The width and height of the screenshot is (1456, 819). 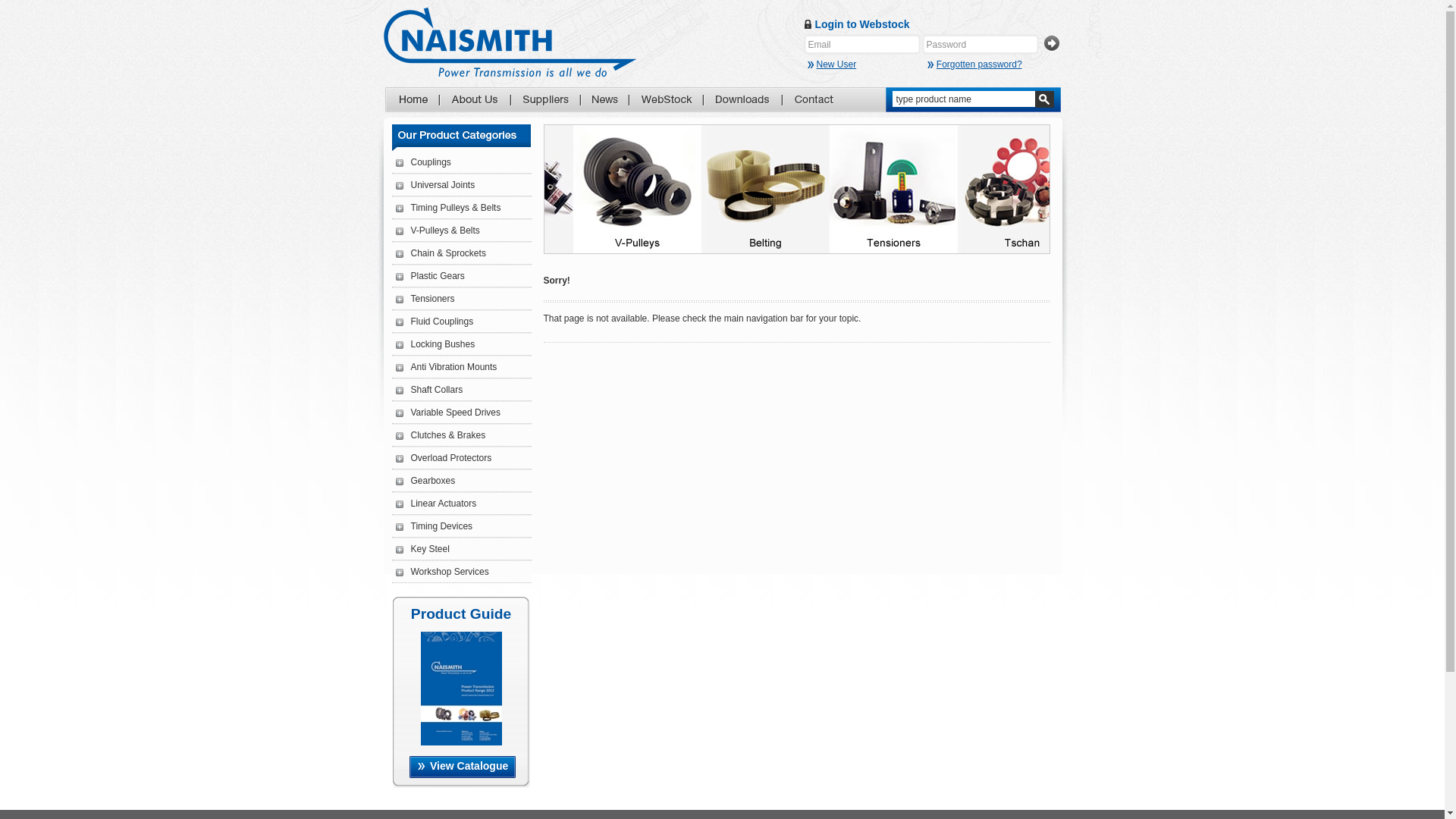 I want to click on 'NaismithEngineering', so click(x=510, y=41).